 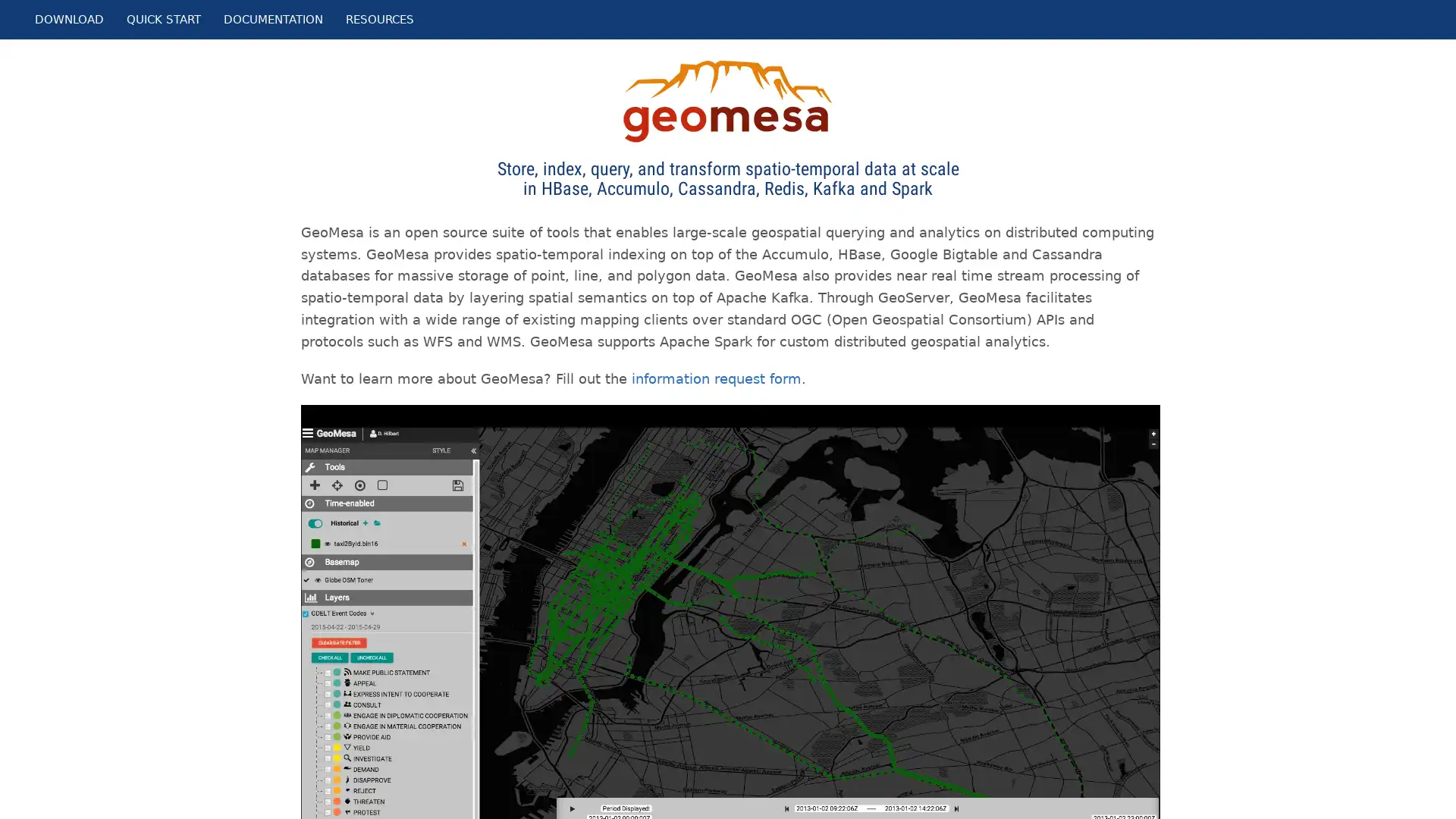 I want to click on QUICK START, so click(x=164, y=20).